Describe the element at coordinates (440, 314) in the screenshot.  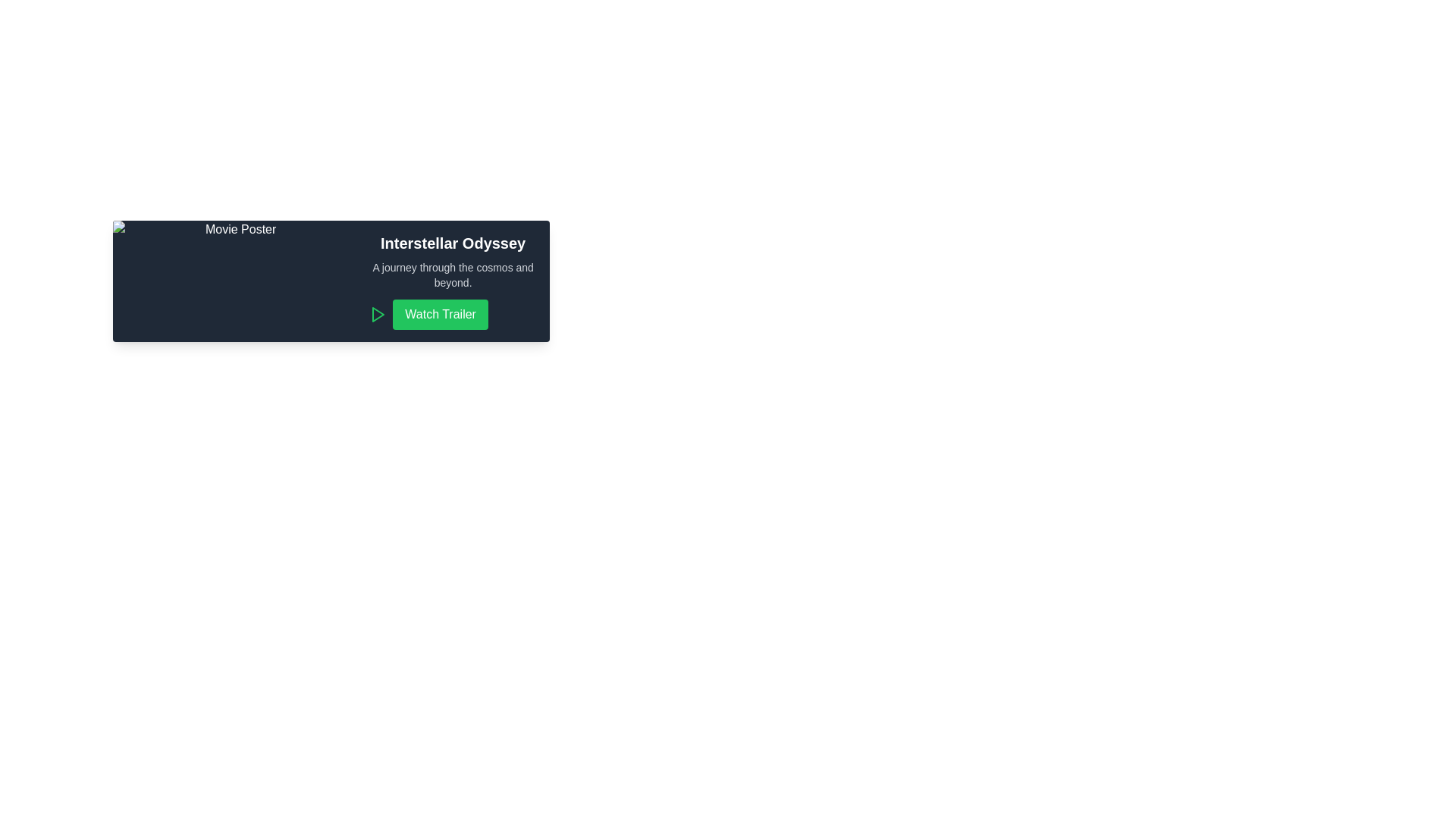
I see `the 'Watch Trailer' button, which is a green rectangular button with rounded corners located at the bottom-right of the card layout, below the text 'Interstellar Odyssey'` at that location.